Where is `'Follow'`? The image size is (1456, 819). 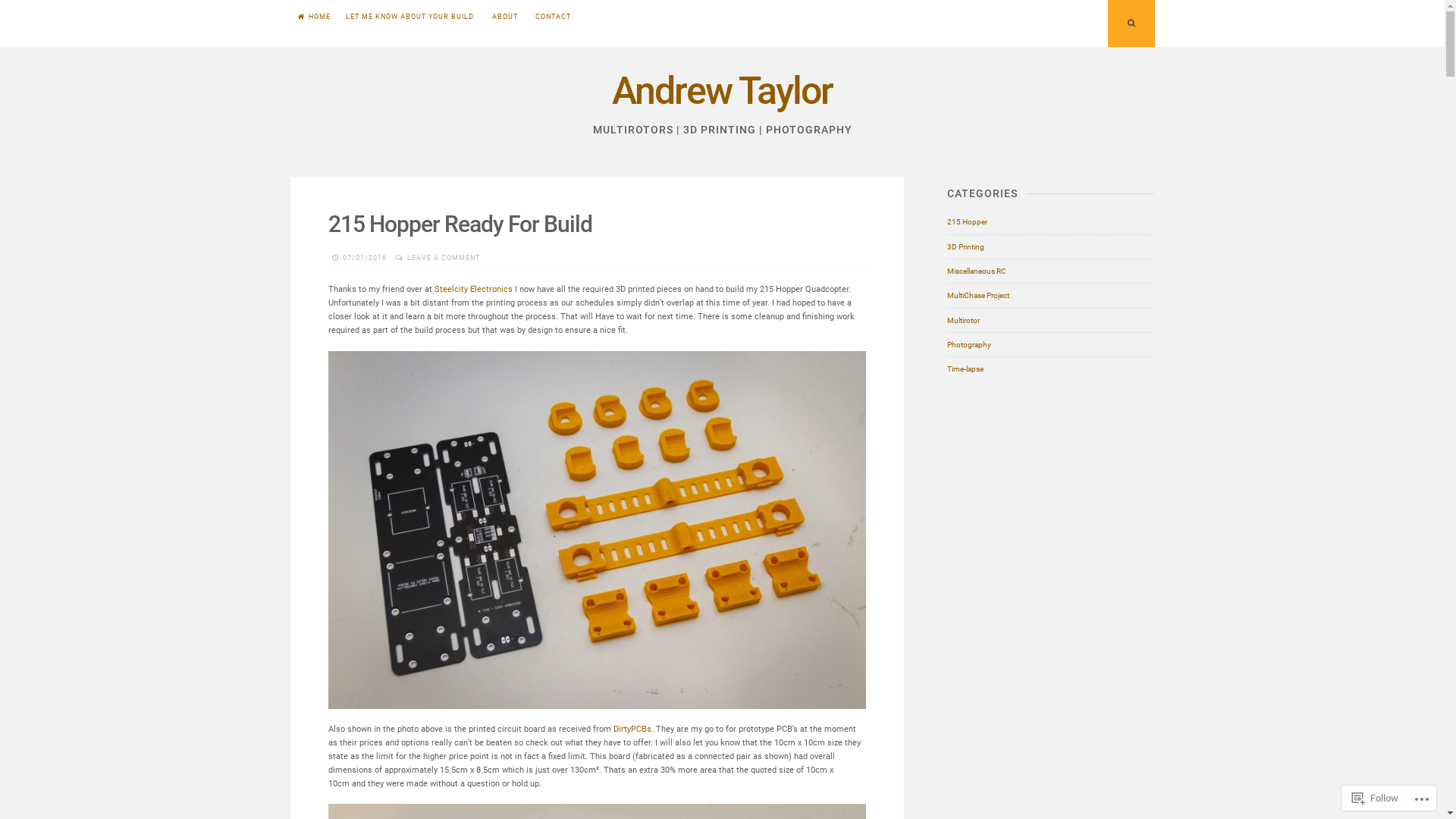
'Follow' is located at coordinates (1346, 797).